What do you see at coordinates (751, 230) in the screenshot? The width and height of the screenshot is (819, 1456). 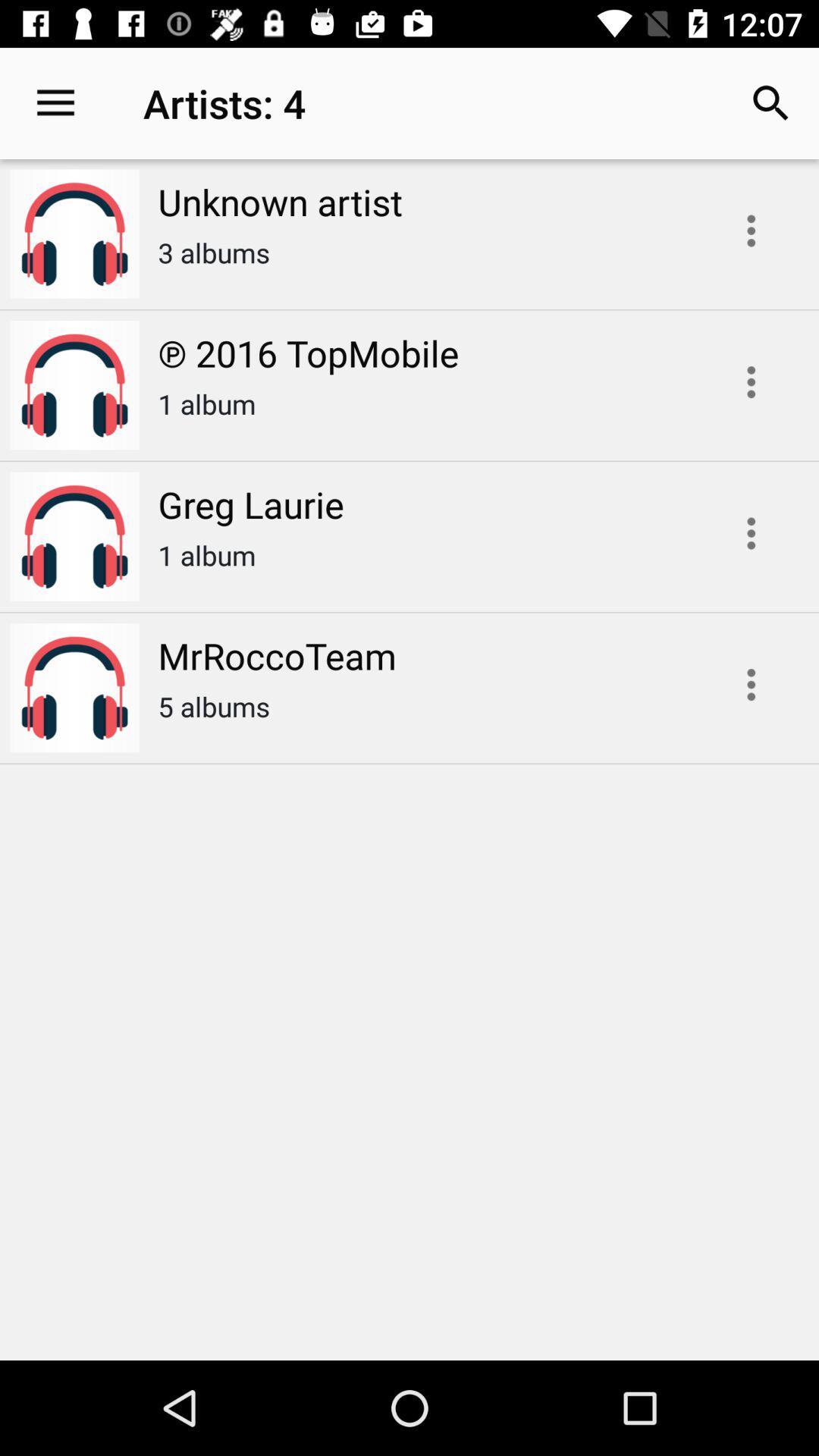 I see `edit artist options` at bounding box center [751, 230].